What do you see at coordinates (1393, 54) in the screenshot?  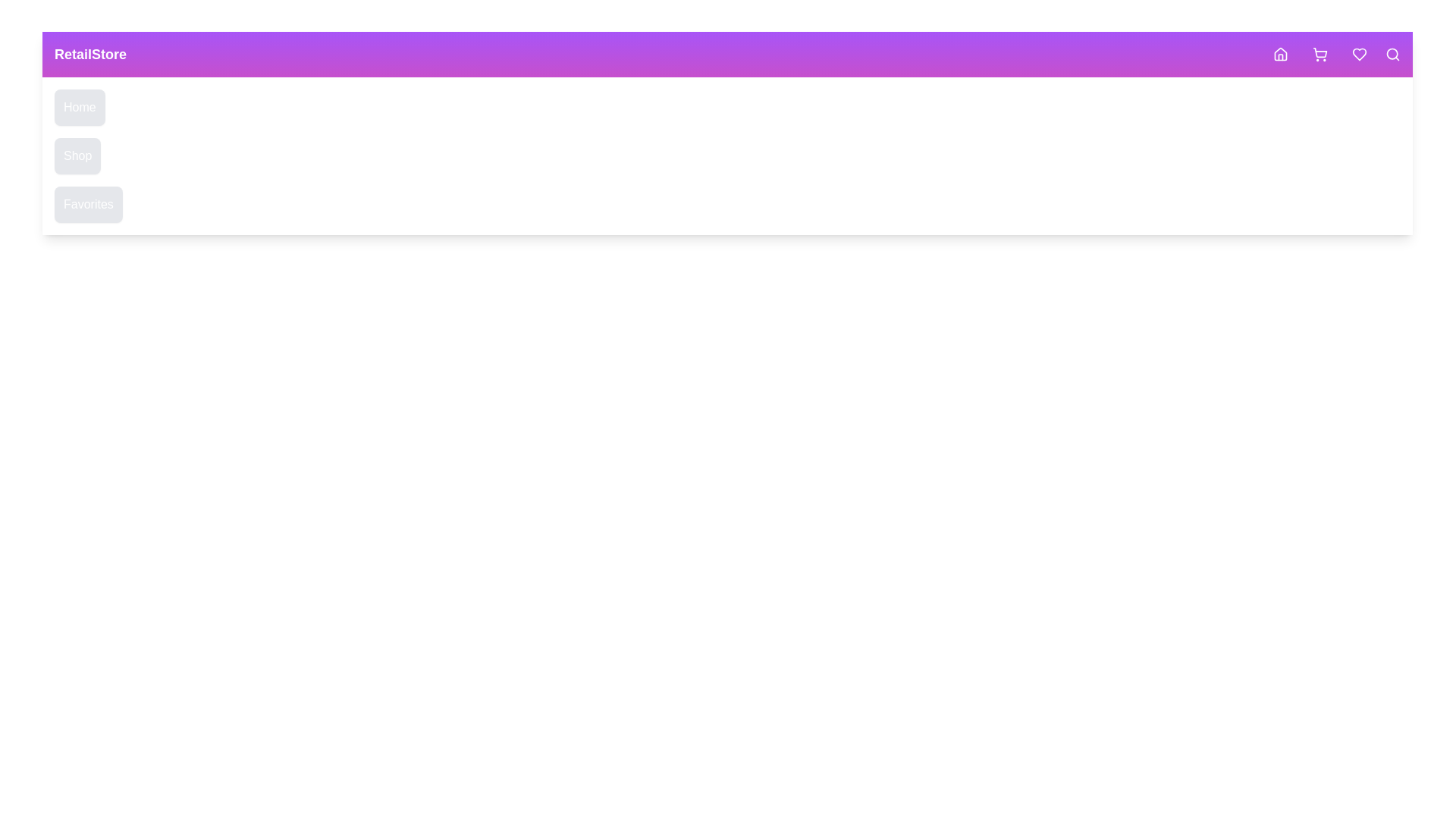 I see `the search icon in the header` at bounding box center [1393, 54].